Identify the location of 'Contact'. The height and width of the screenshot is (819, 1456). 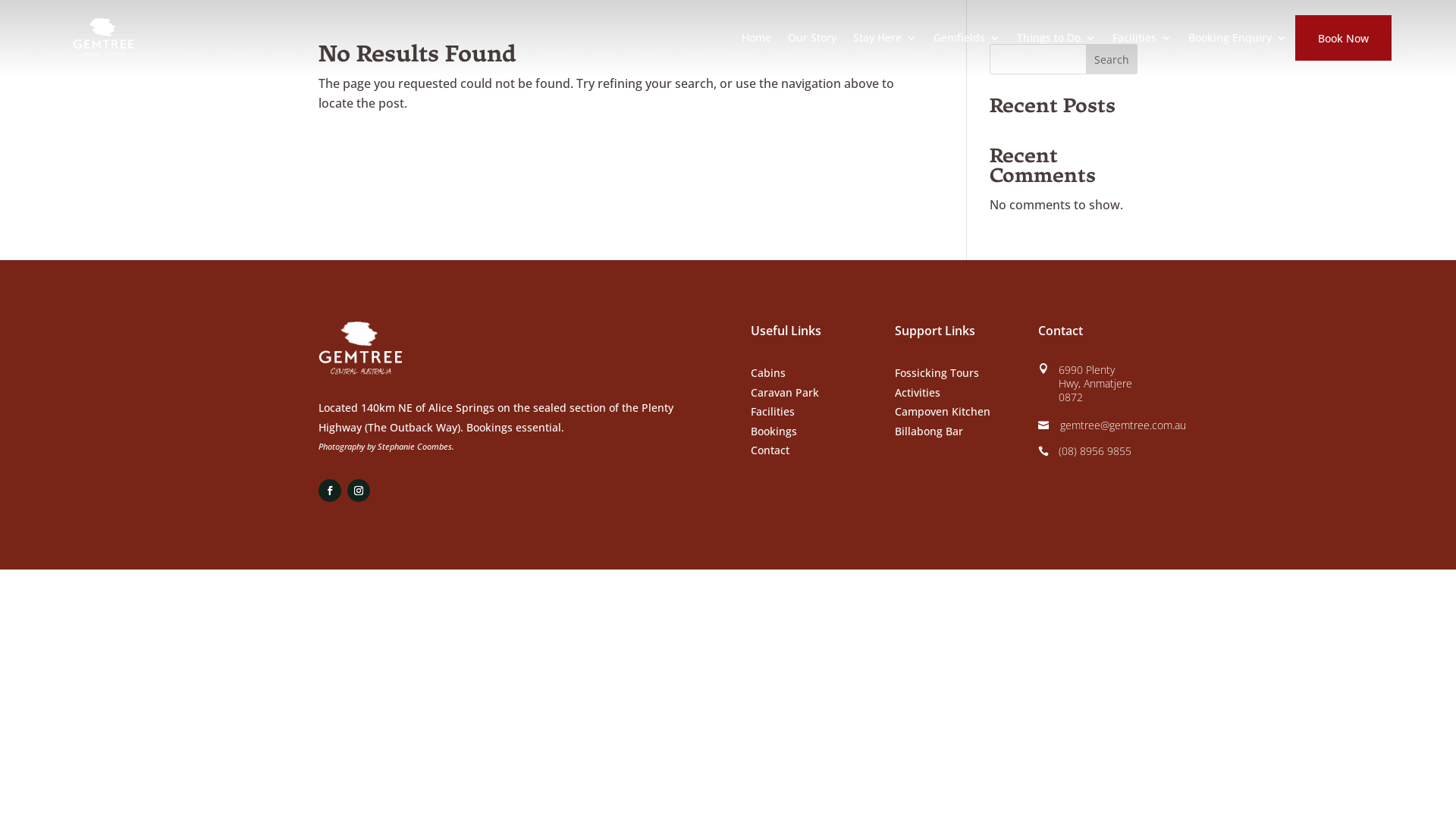
(770, 449).